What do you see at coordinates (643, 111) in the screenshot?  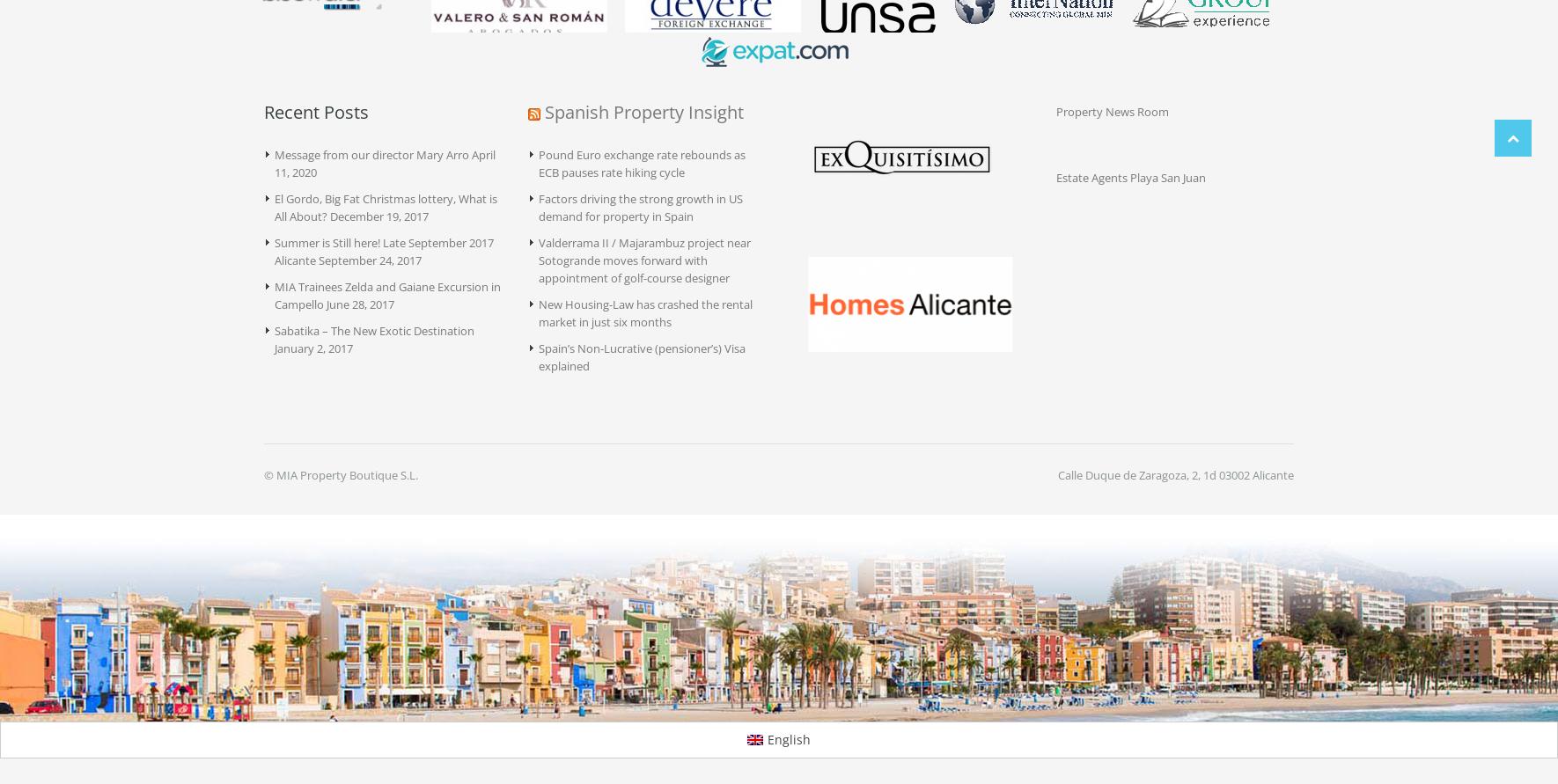 I see `'Spanish Property Insight'` at bounding box center [643, 111].